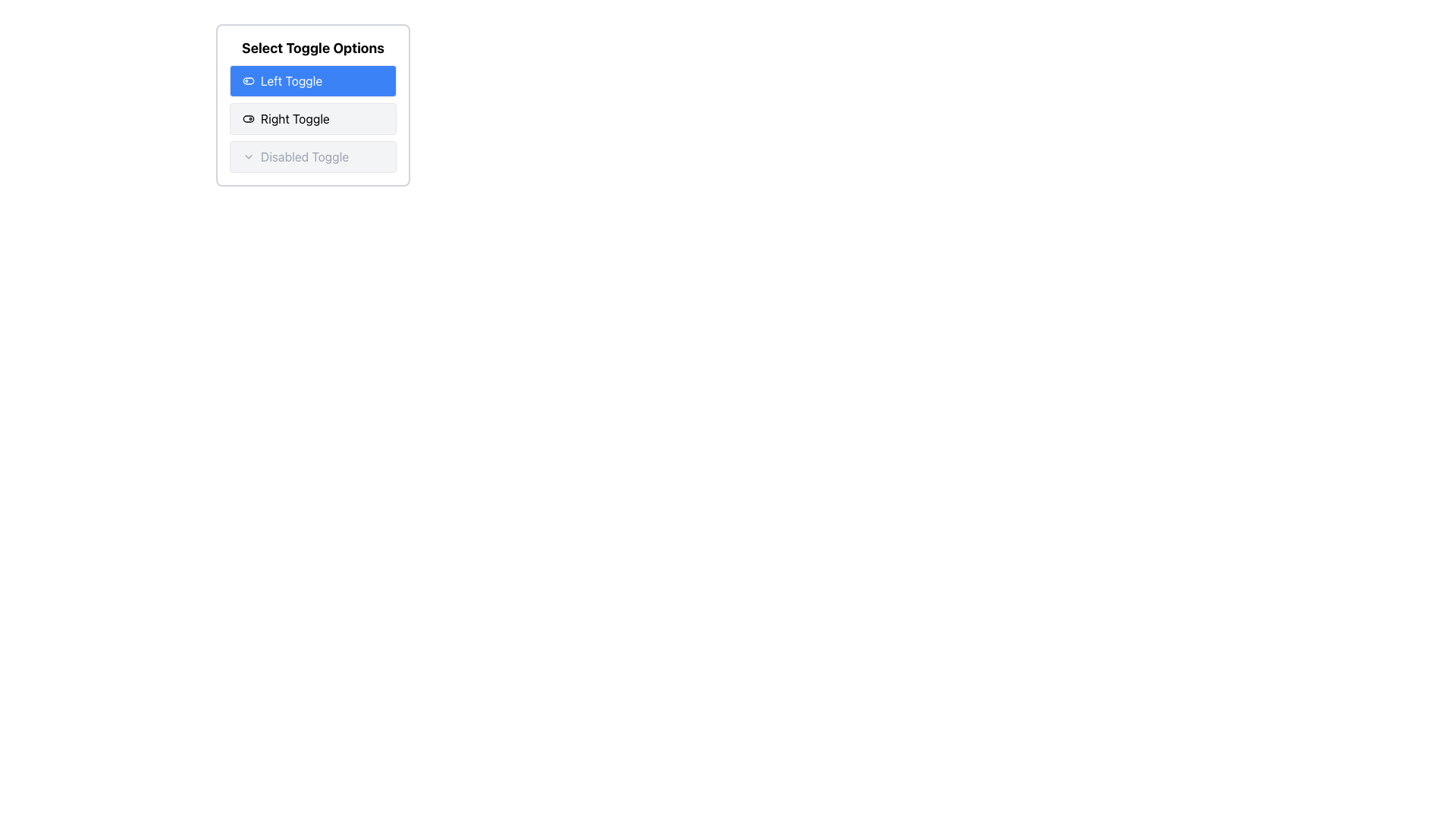 The height and width of the screenshot is (819, 1456). Describe the element at coordinates (312, 118) in the screenshot. I see `the second toggle button in the vertical list of the toggle group labeled 'Select Toggle Options'` at that location.